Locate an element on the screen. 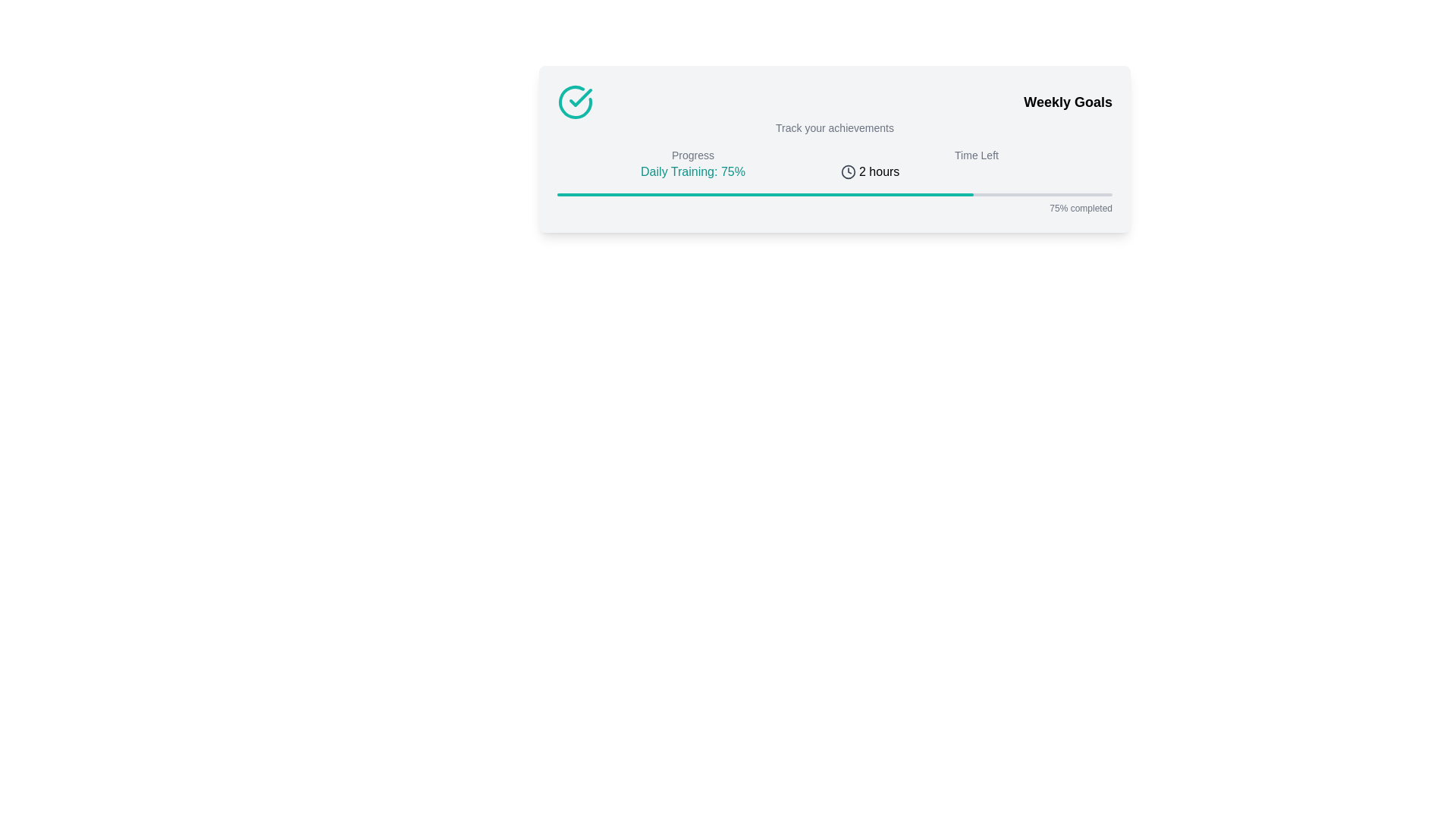 The width and height of the screenshot is (1456, 819). the text label displaying 'Track your achievements', which is styled in gray and is positioned below the 'Weekly Goals' header is located at coordinates (833, 127).